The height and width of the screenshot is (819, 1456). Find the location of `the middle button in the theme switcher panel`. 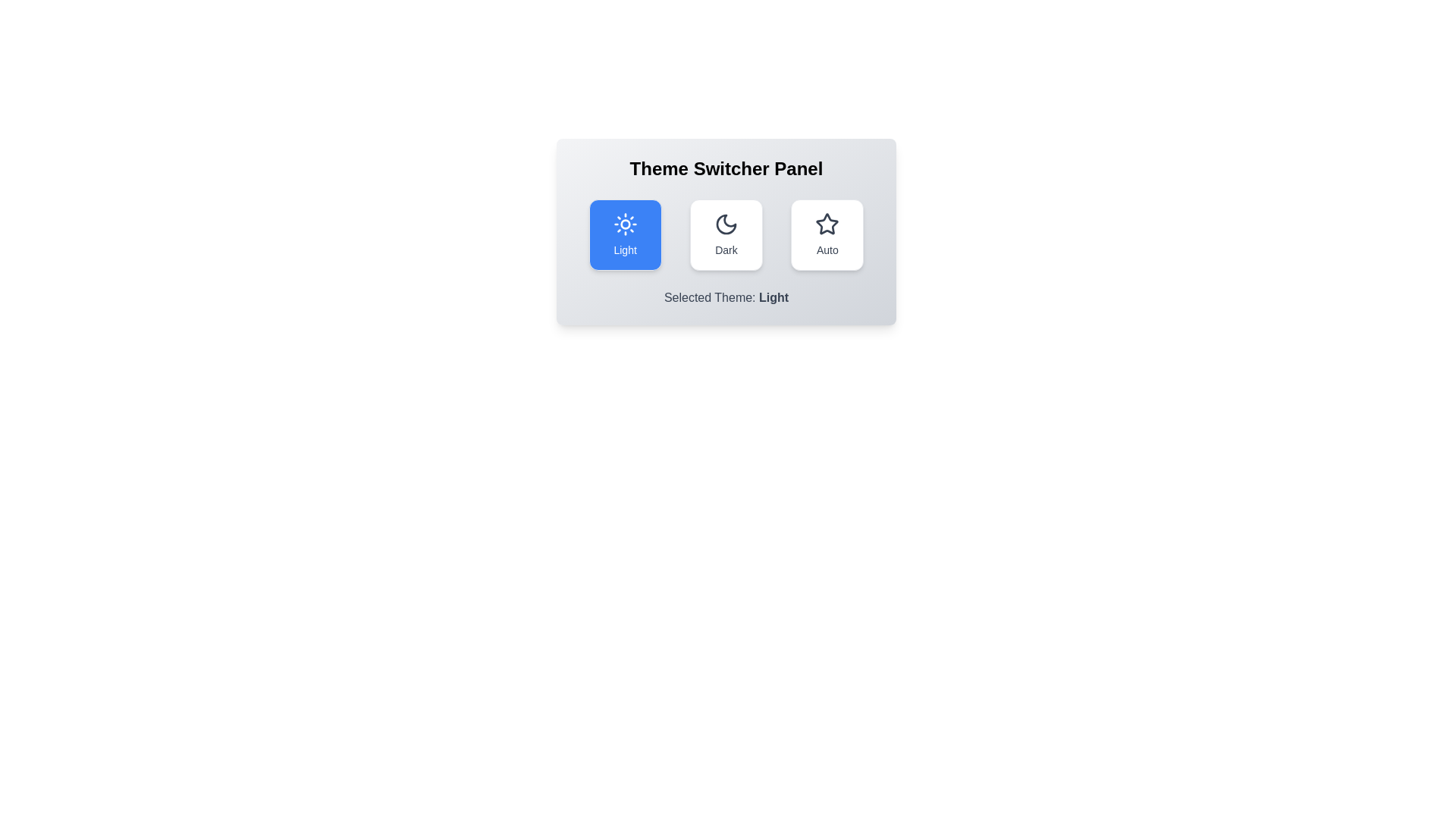

the middle button in the theme switcher panel is located at coordinates (726, 234).